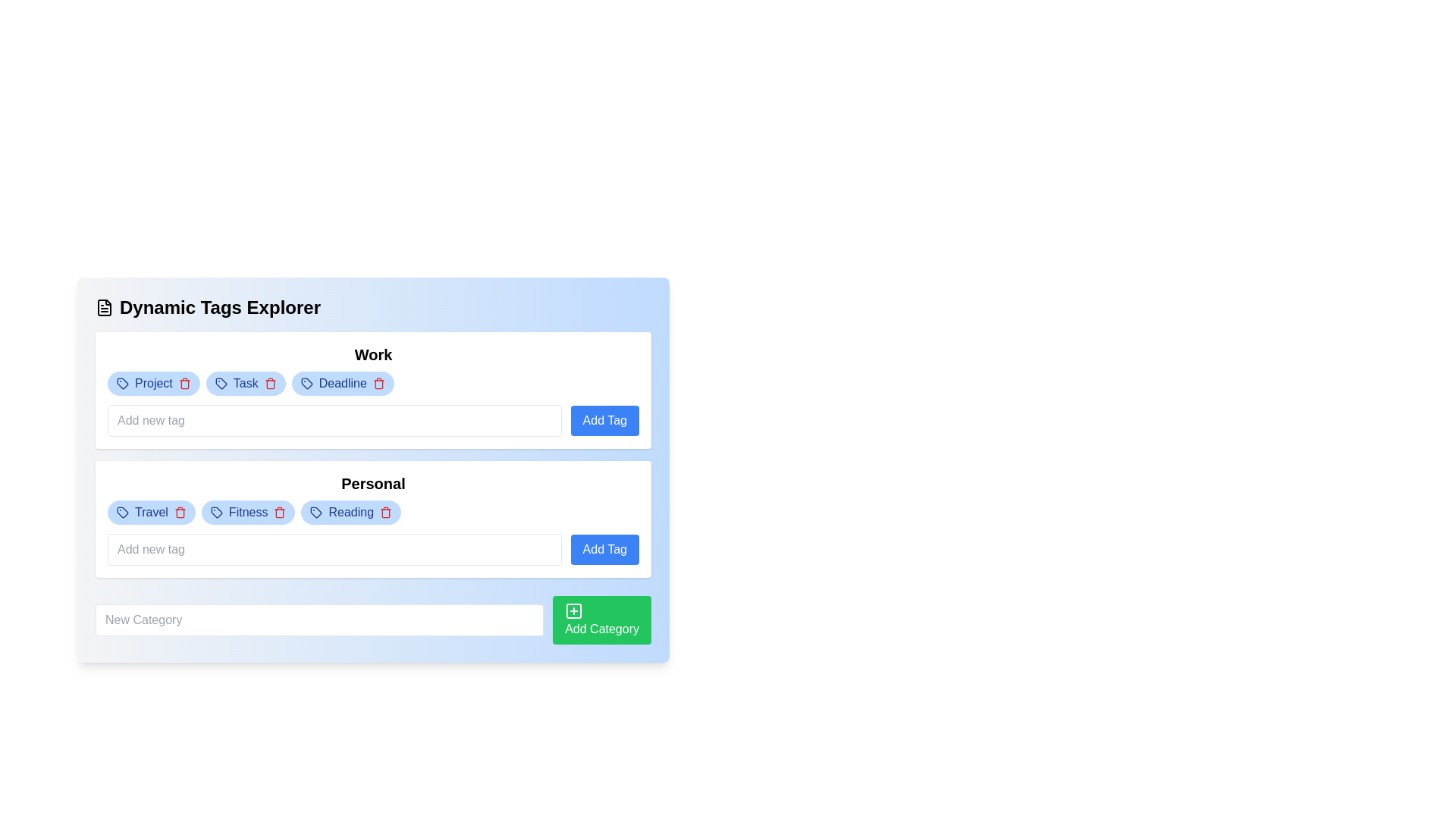  What do you see at coordinates (246, 382) in the screenshot?
I see `the second tag element labeled 'Task' with a light blue background and dark blue text, situated in the 'Work' category between 'Project' and 'Deadline' tags` at bounding box center [246, 382].